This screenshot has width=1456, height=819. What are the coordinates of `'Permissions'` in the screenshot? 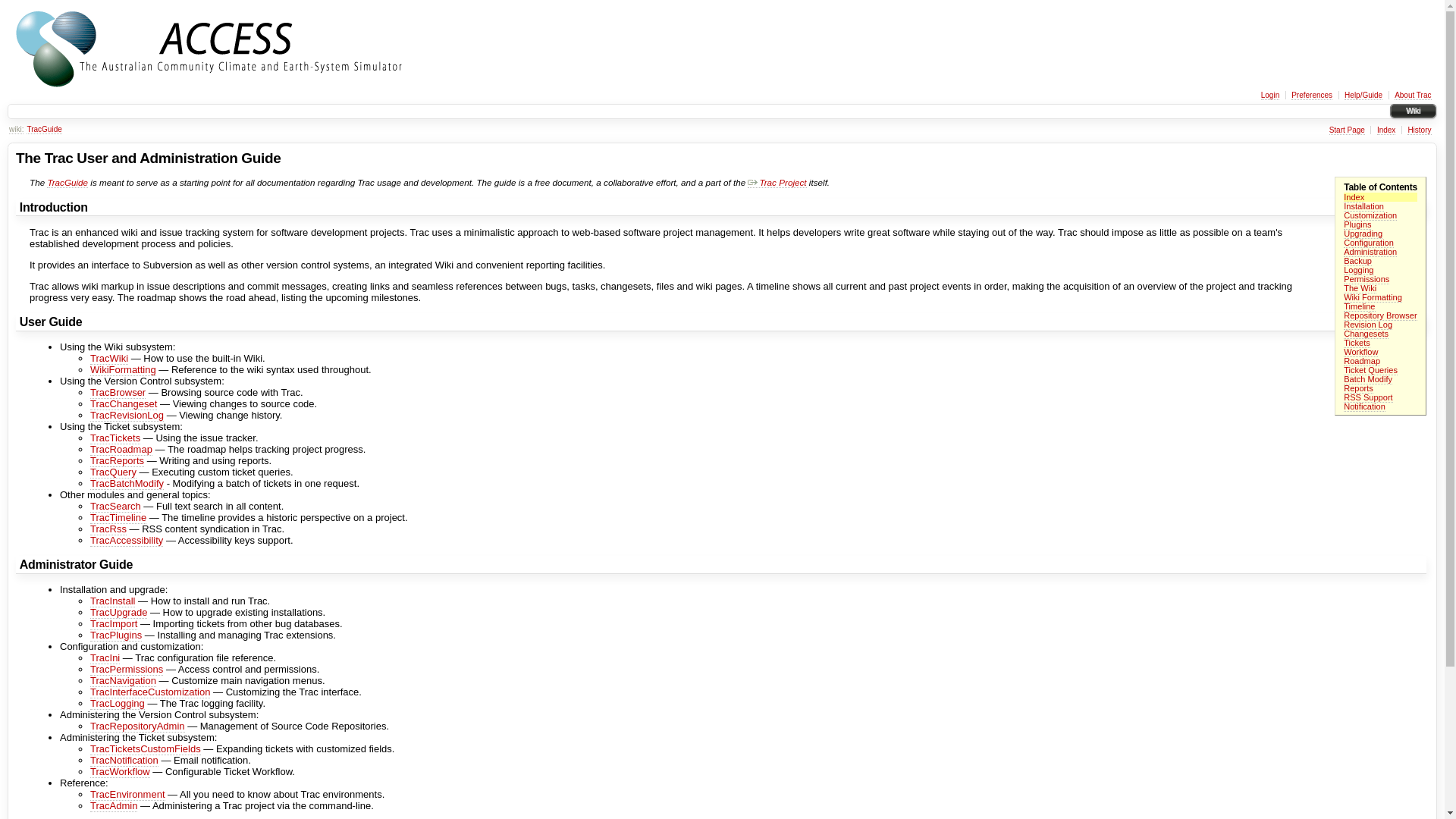 It's located at (1366, 279).